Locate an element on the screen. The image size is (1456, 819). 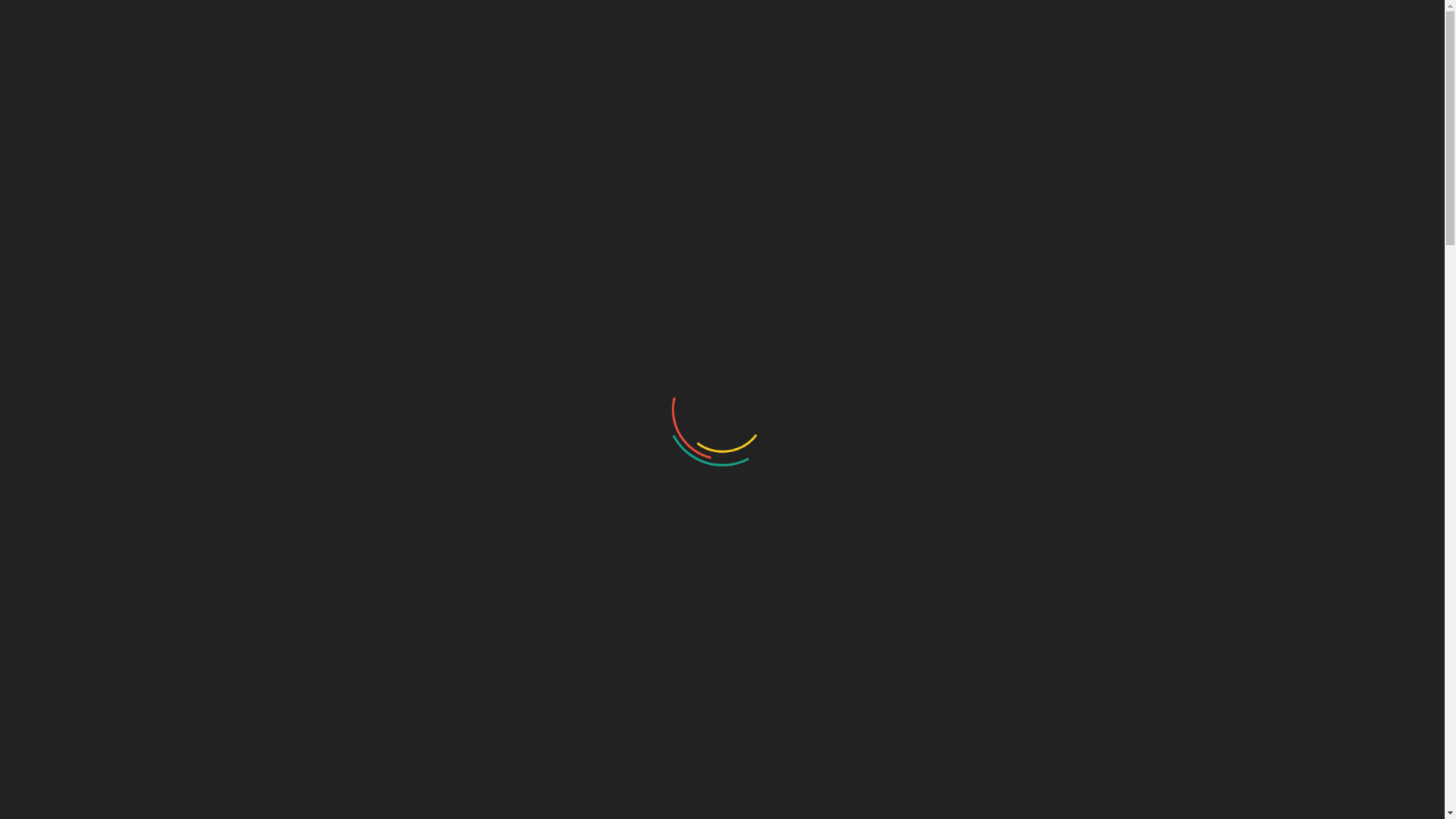
'equipe' is located at coordinates (28, 682).